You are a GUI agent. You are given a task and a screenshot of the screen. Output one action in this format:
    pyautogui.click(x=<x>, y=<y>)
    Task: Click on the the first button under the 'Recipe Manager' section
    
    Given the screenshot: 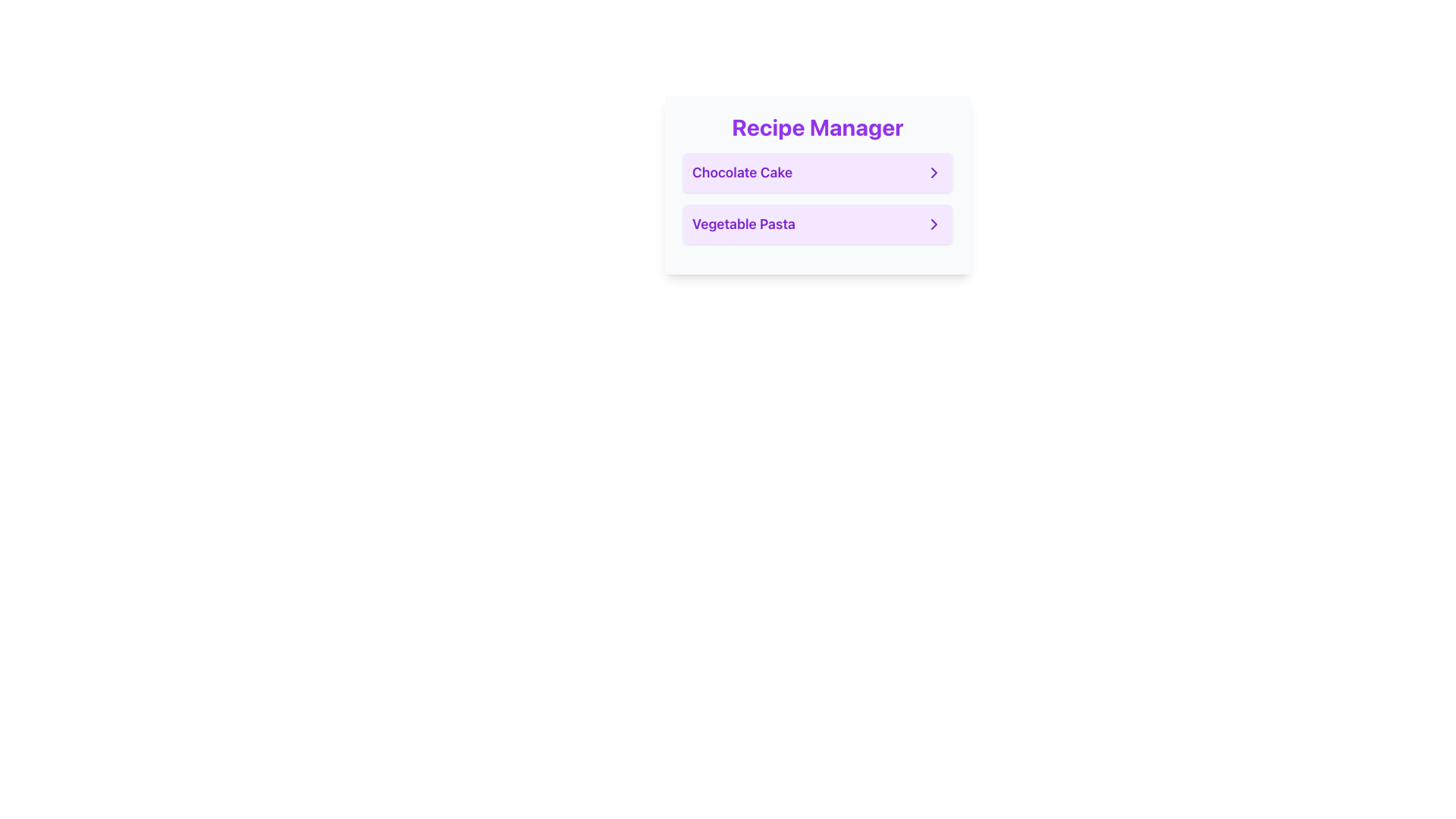 What is the action you would take?
    pyautogui.click(x=817, y=171)
    